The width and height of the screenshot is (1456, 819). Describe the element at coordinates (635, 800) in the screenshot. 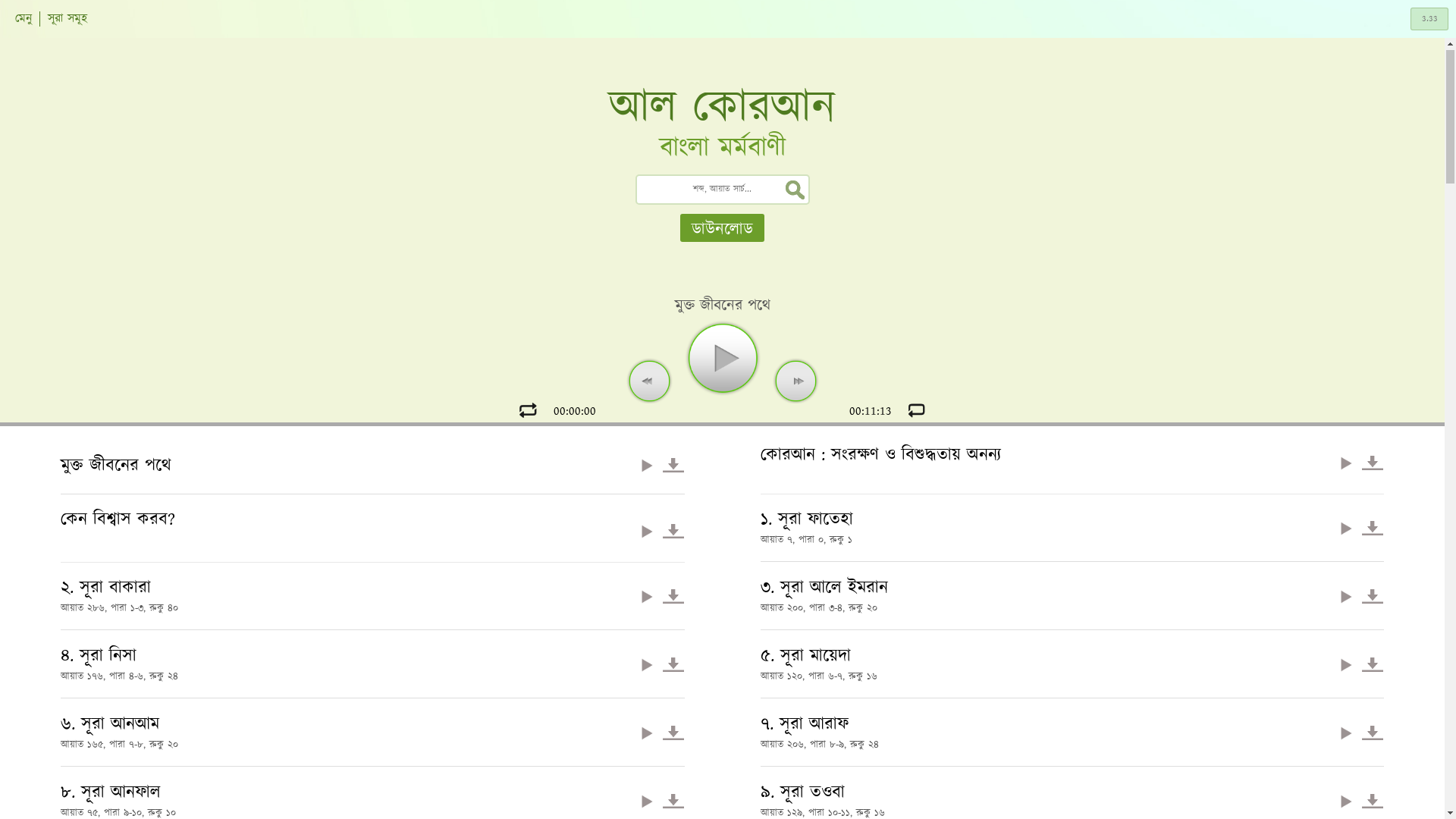

I see `'Play'` at that location.